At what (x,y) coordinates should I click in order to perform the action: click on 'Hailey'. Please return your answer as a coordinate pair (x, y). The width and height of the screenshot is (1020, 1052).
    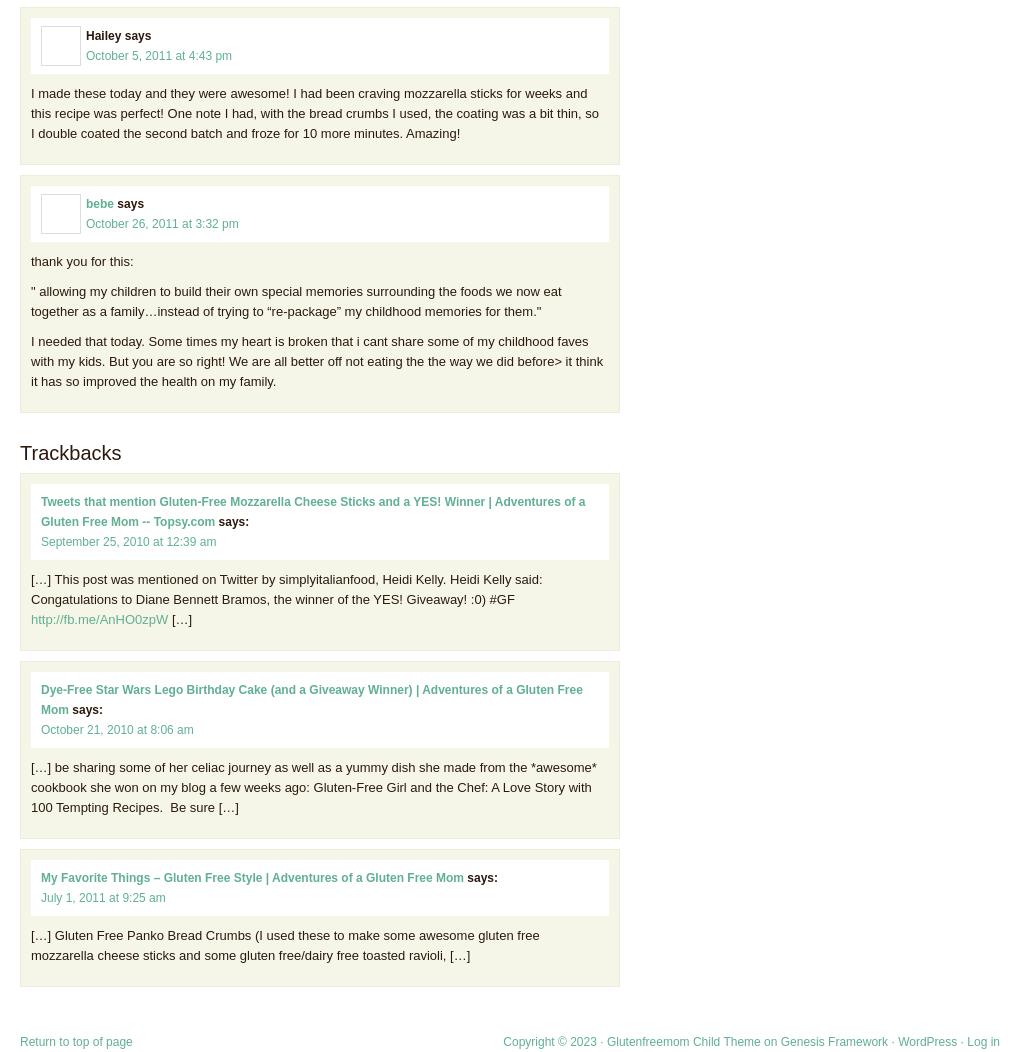
    Looking at the image, I should click on (102, 35).